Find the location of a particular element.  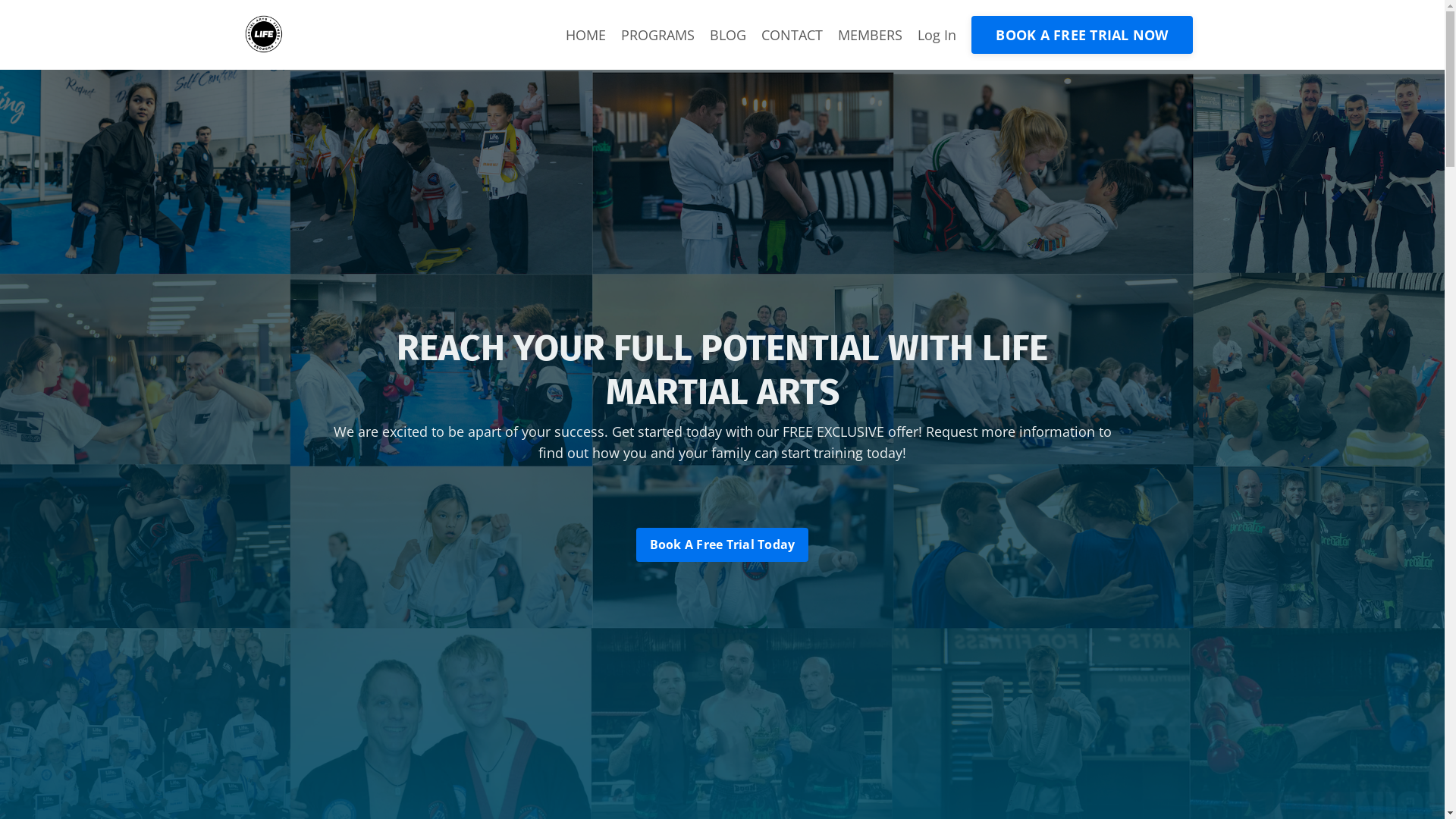

'PROGRAMS' is located at coordinates (657, 34).